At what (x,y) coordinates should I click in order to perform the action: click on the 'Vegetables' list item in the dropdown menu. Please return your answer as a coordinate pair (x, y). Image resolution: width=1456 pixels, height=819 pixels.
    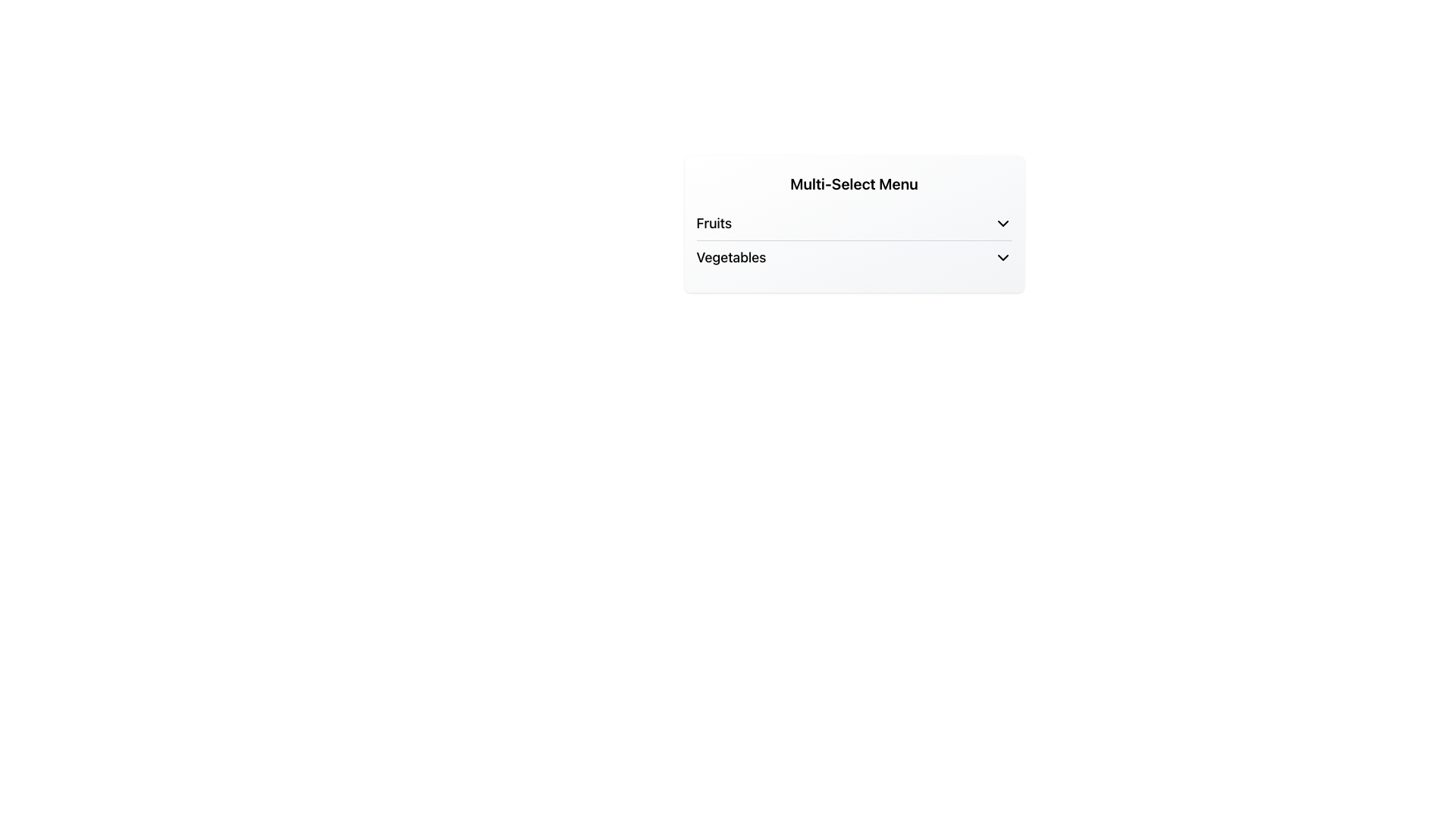
    Looking at the image, I should click on (854, 256).